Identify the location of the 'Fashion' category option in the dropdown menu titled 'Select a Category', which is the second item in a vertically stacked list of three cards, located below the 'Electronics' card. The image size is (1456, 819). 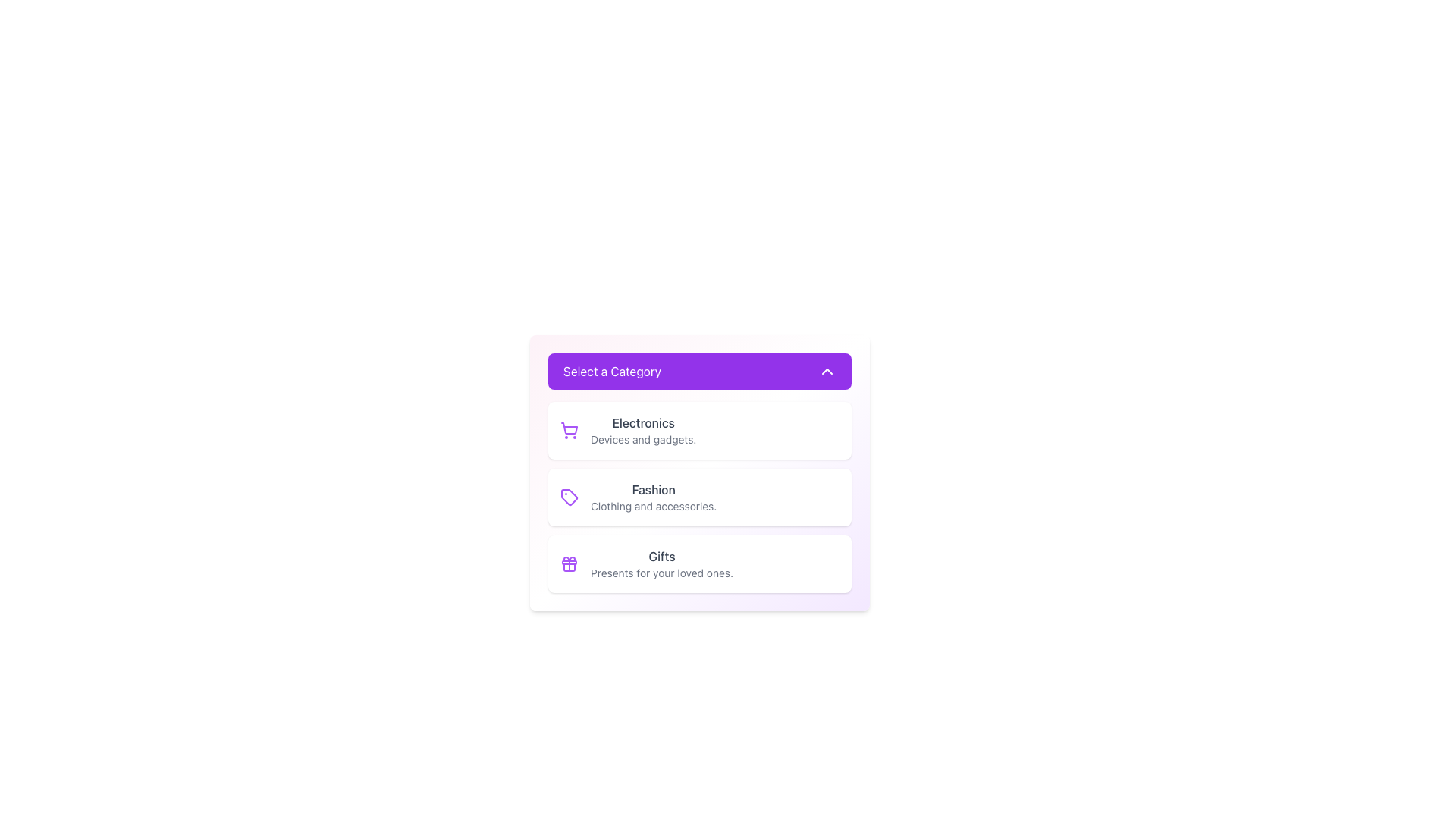
(698, 497).